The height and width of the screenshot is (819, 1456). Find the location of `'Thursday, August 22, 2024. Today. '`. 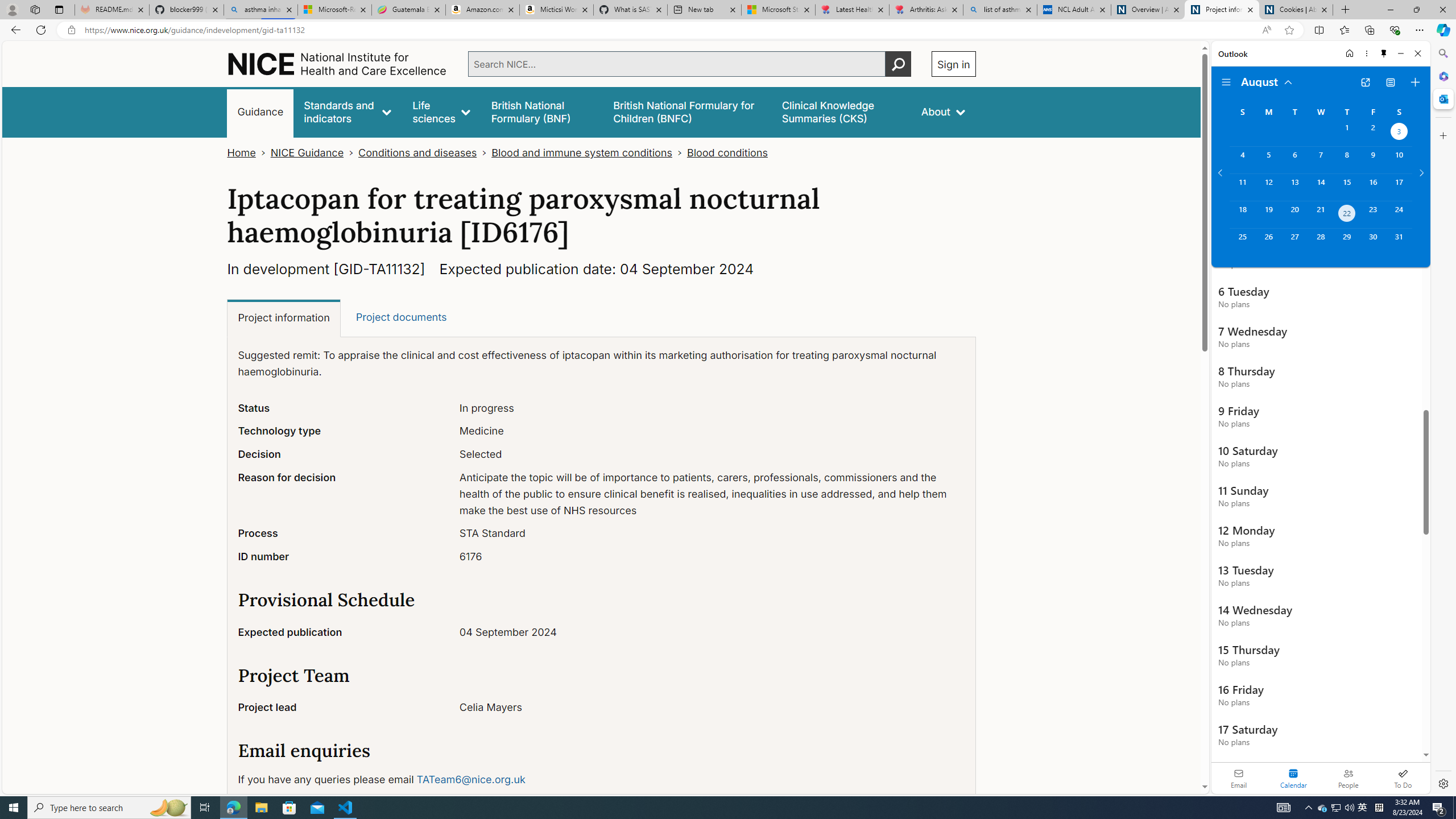

'Thursday, August 22, 2024. Today. ' is located at coordinates (1347, 214).